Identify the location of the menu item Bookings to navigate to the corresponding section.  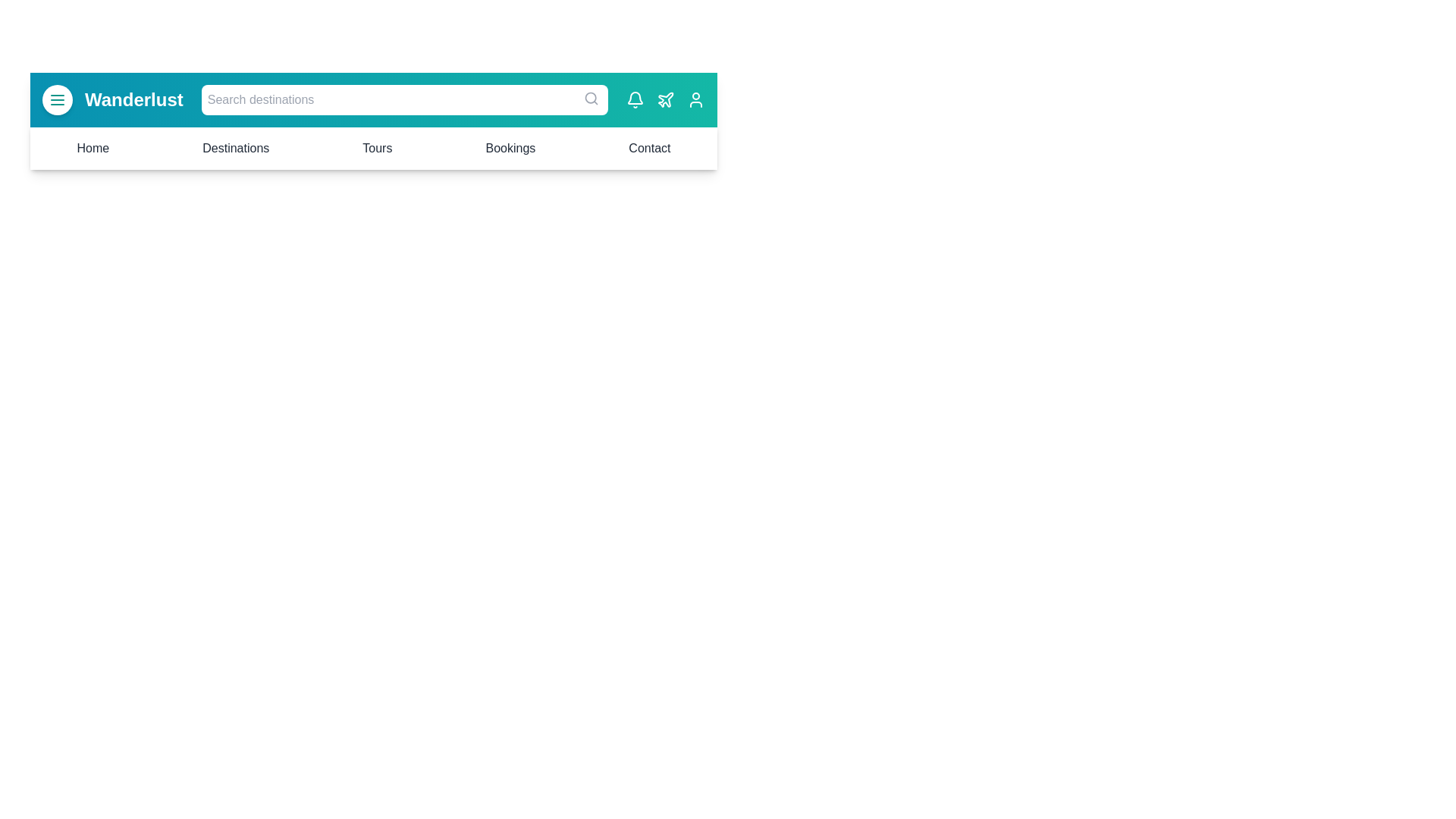
(510, 149).